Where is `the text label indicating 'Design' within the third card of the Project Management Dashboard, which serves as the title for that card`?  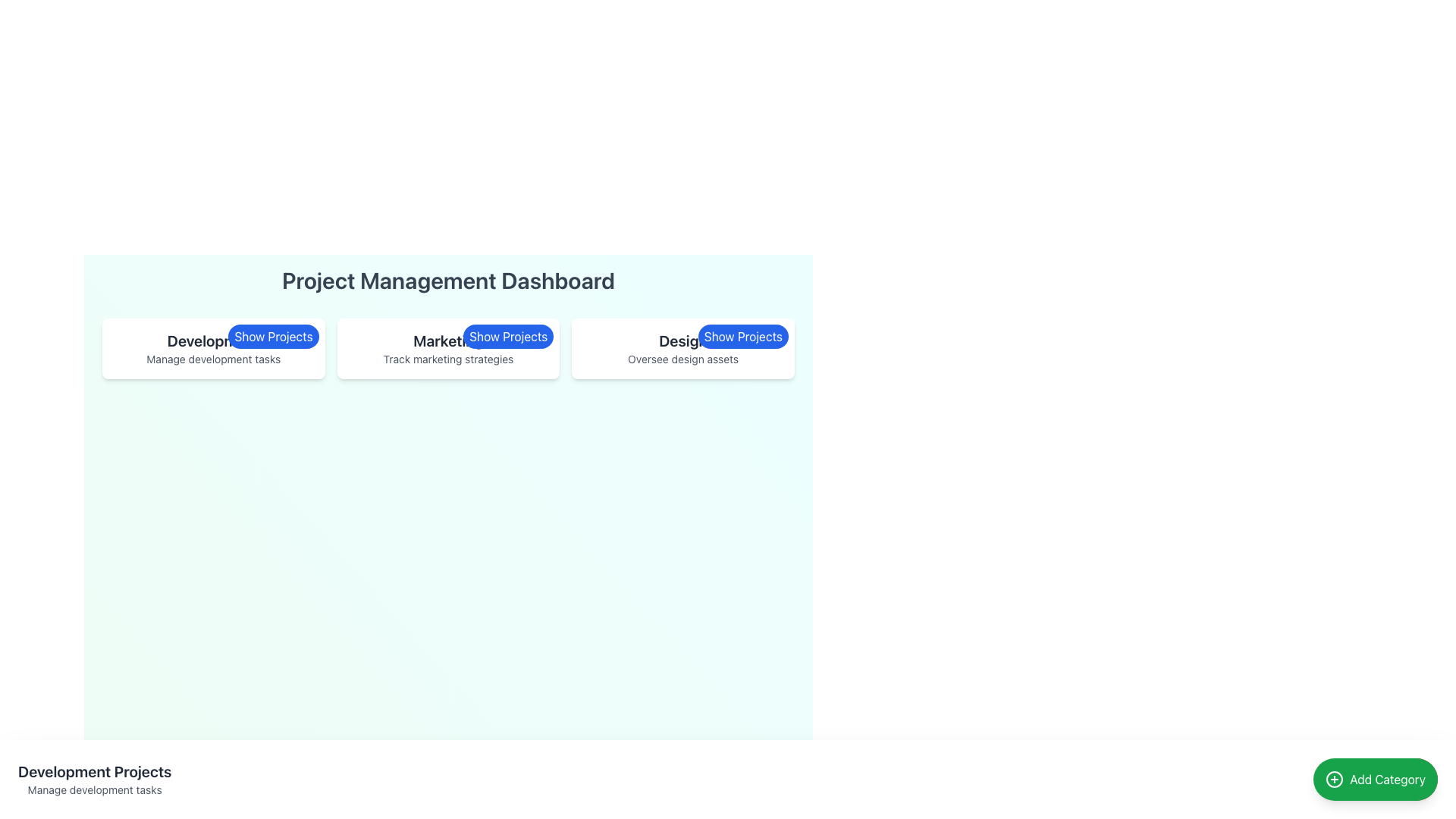
the text label indicating 'Design' within the third card of the Project Management Dashboard, which serves as the title for that card is located at coordinates (682, 341).